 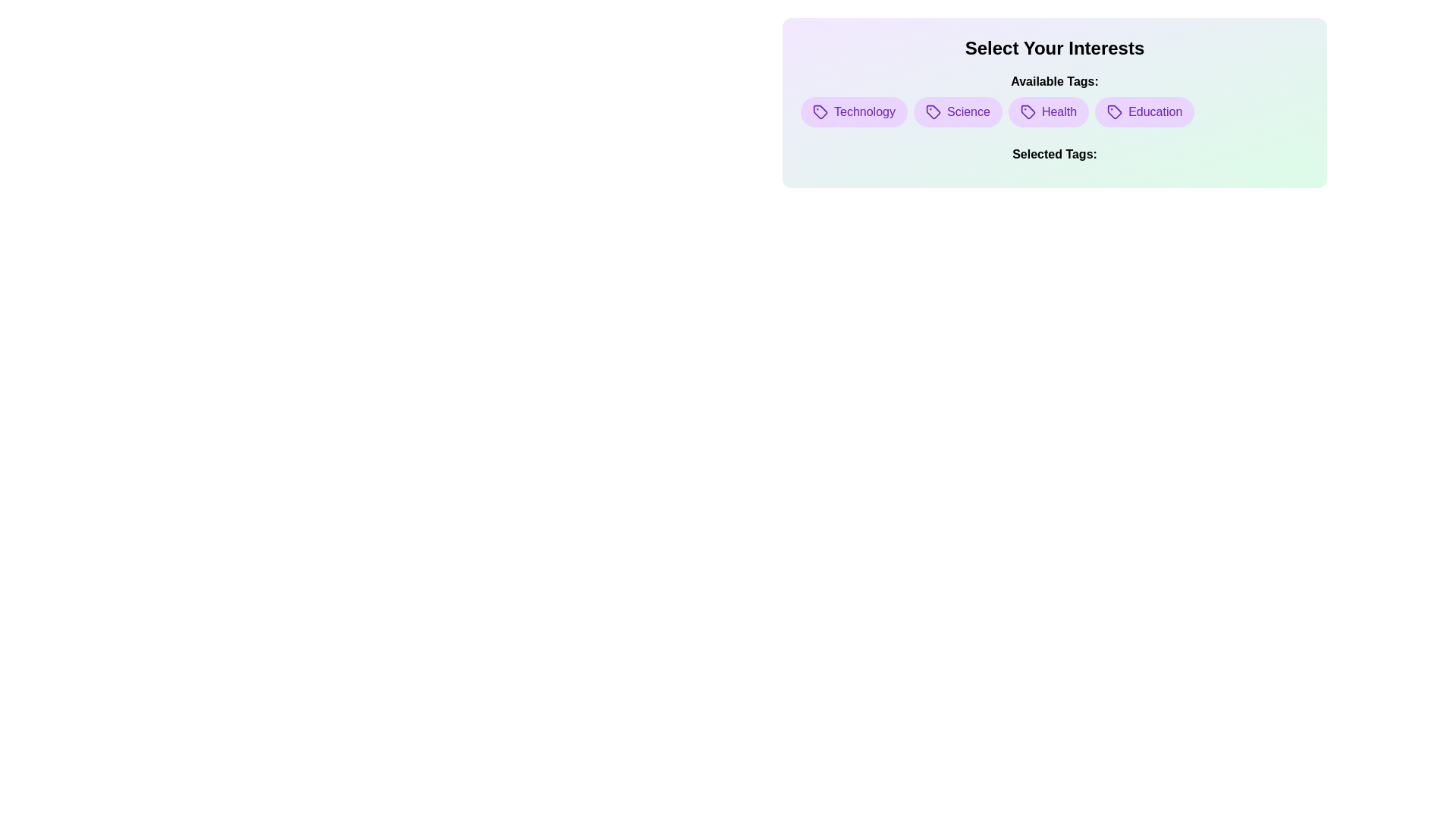 I want to click on the interactive tag button located in the 'Available Tags' section, so click(x=1028, y=111).